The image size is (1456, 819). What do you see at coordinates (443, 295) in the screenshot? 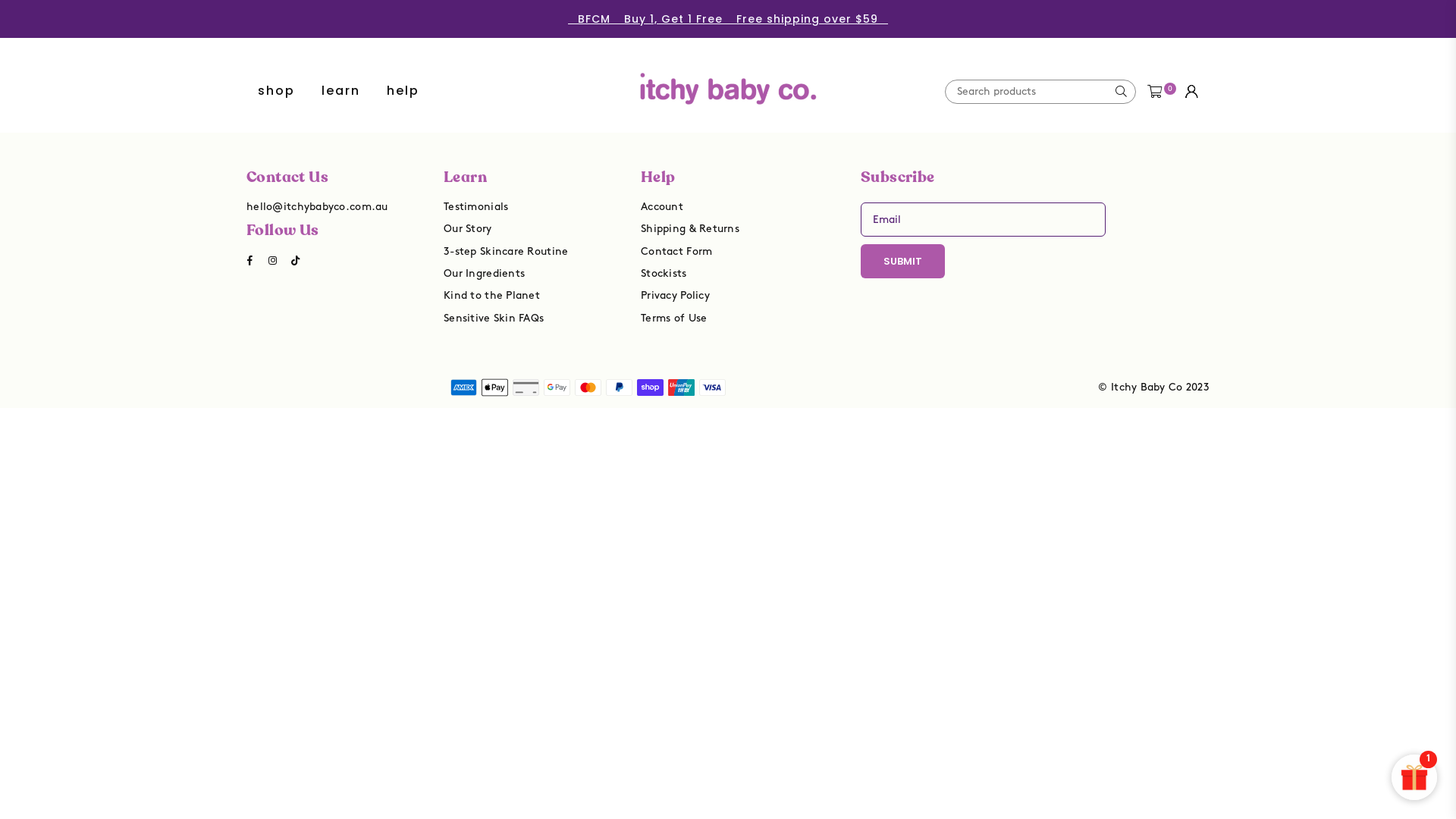
I see `'Kind to the Planet'` at bounding box center [443, 295].